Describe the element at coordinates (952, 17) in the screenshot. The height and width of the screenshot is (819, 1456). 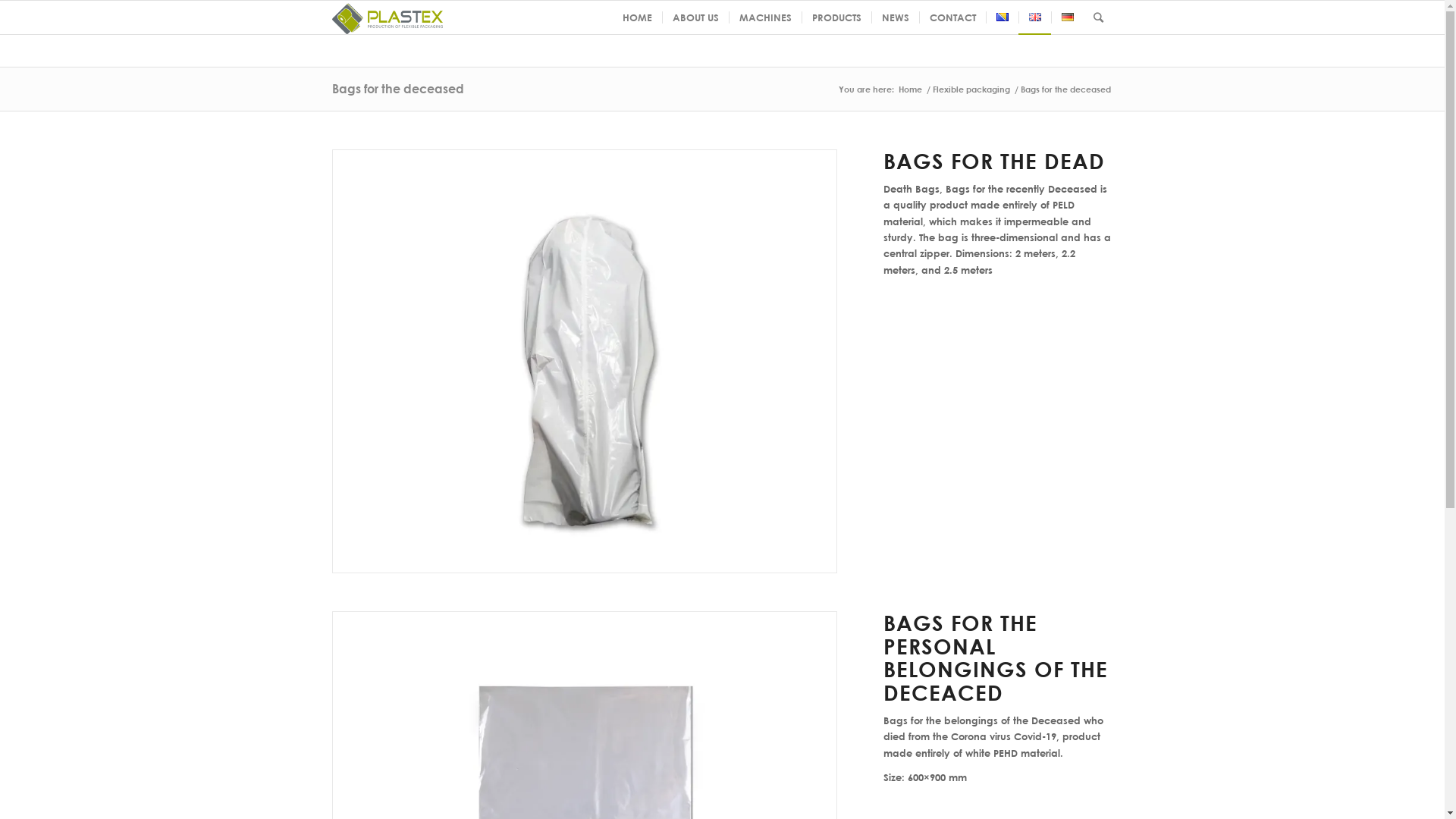
I see `'CONTACT'` at that location.